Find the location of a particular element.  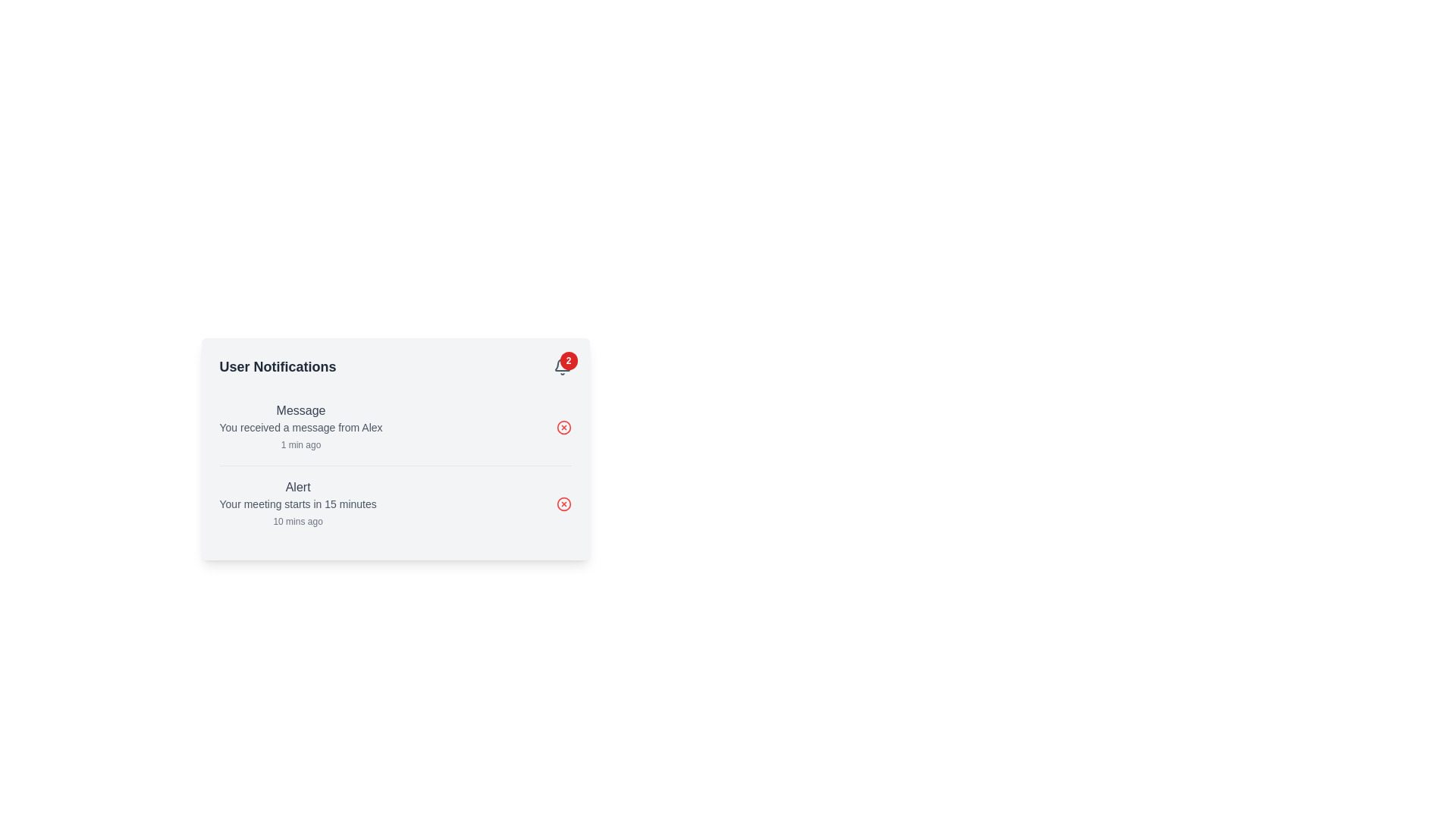

the delete button located at the far right side of the 'Message' notification row, next to the text 'You received a message from Alex' is located at coordinates (563, 427).